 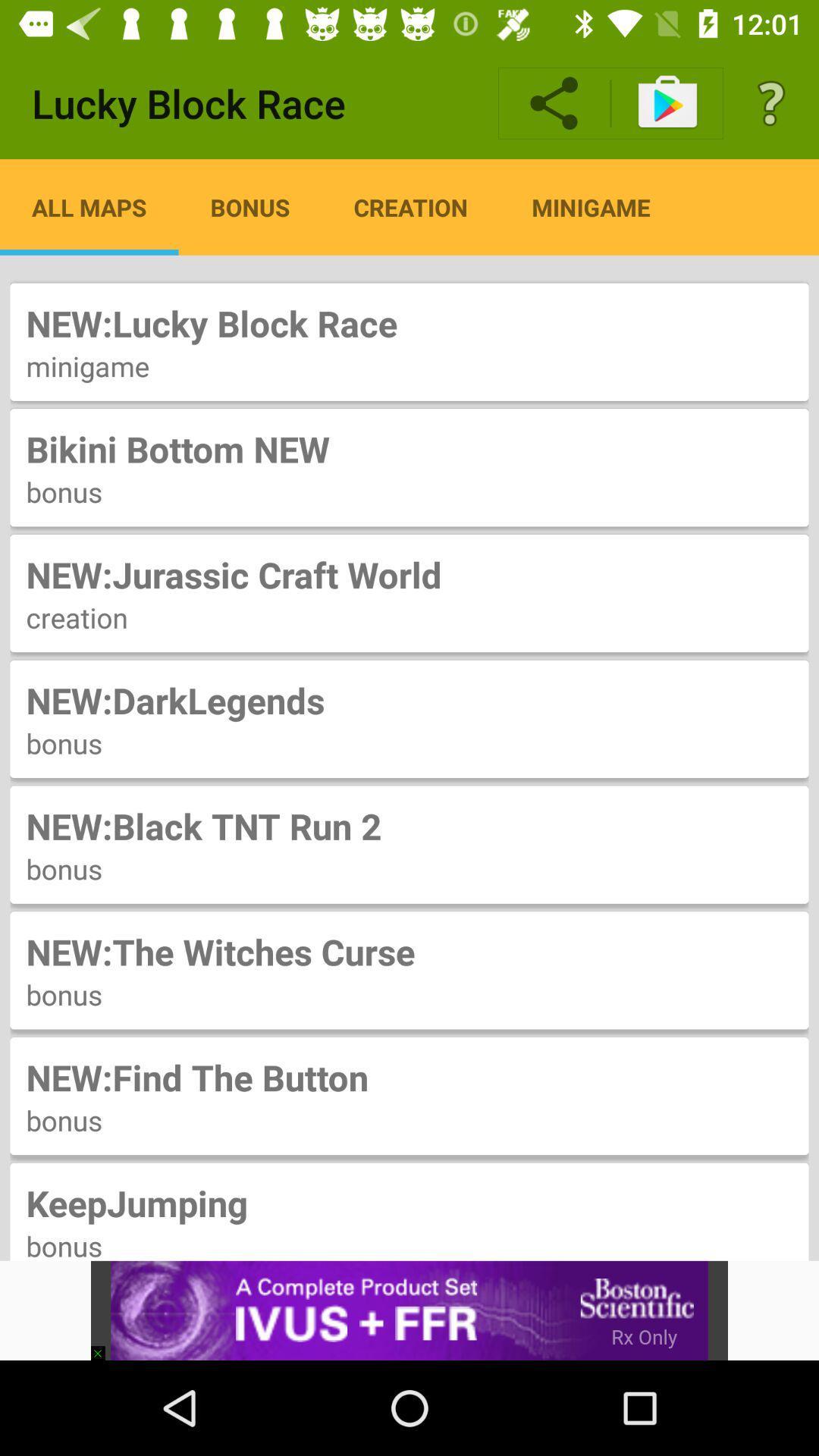 What do you see at coordinates (89, 206) in the screenshot?
I see `icon below lucky block race icon` at bounding box center [89, 206].